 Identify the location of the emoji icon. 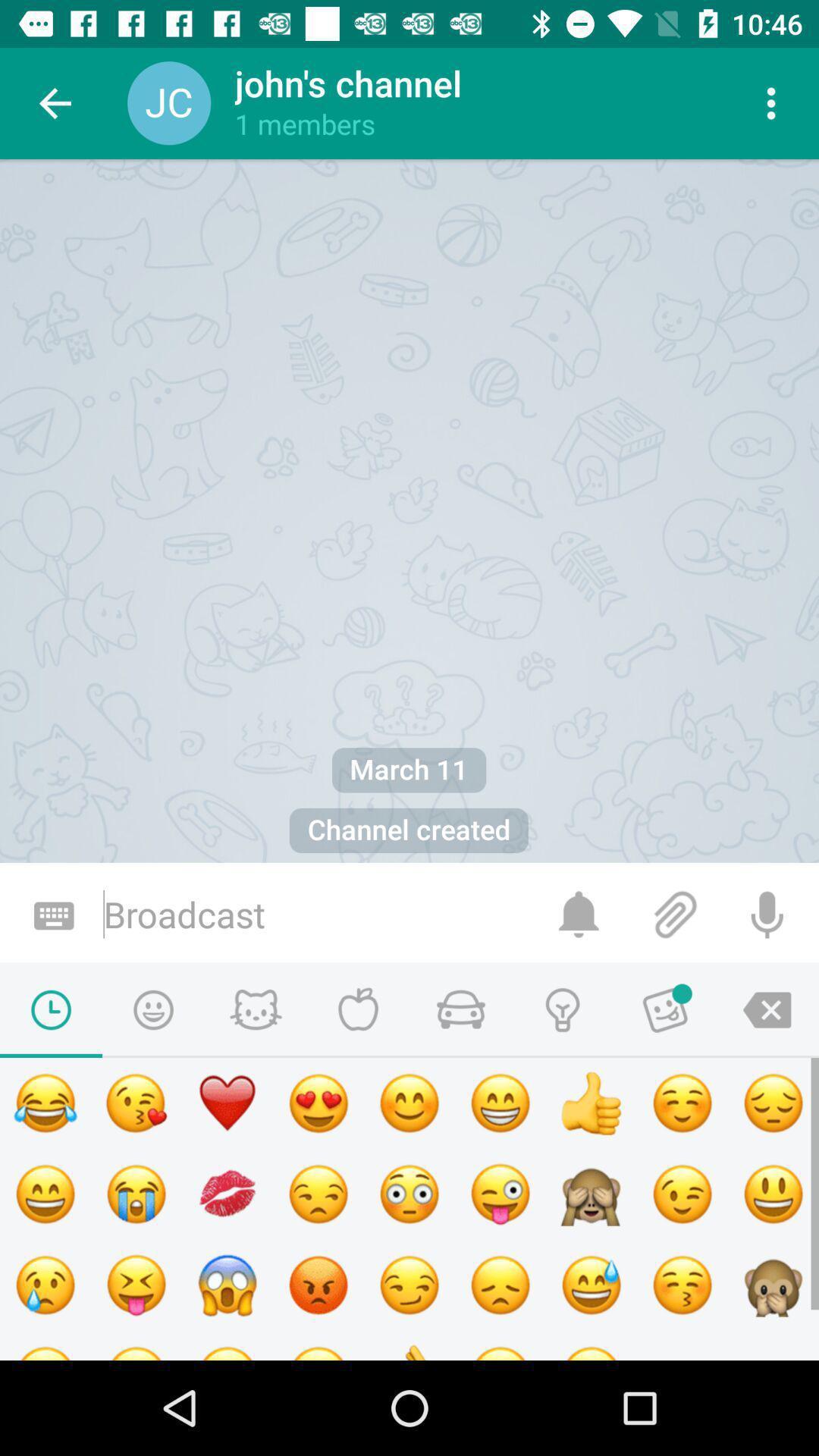
(590, 1284).